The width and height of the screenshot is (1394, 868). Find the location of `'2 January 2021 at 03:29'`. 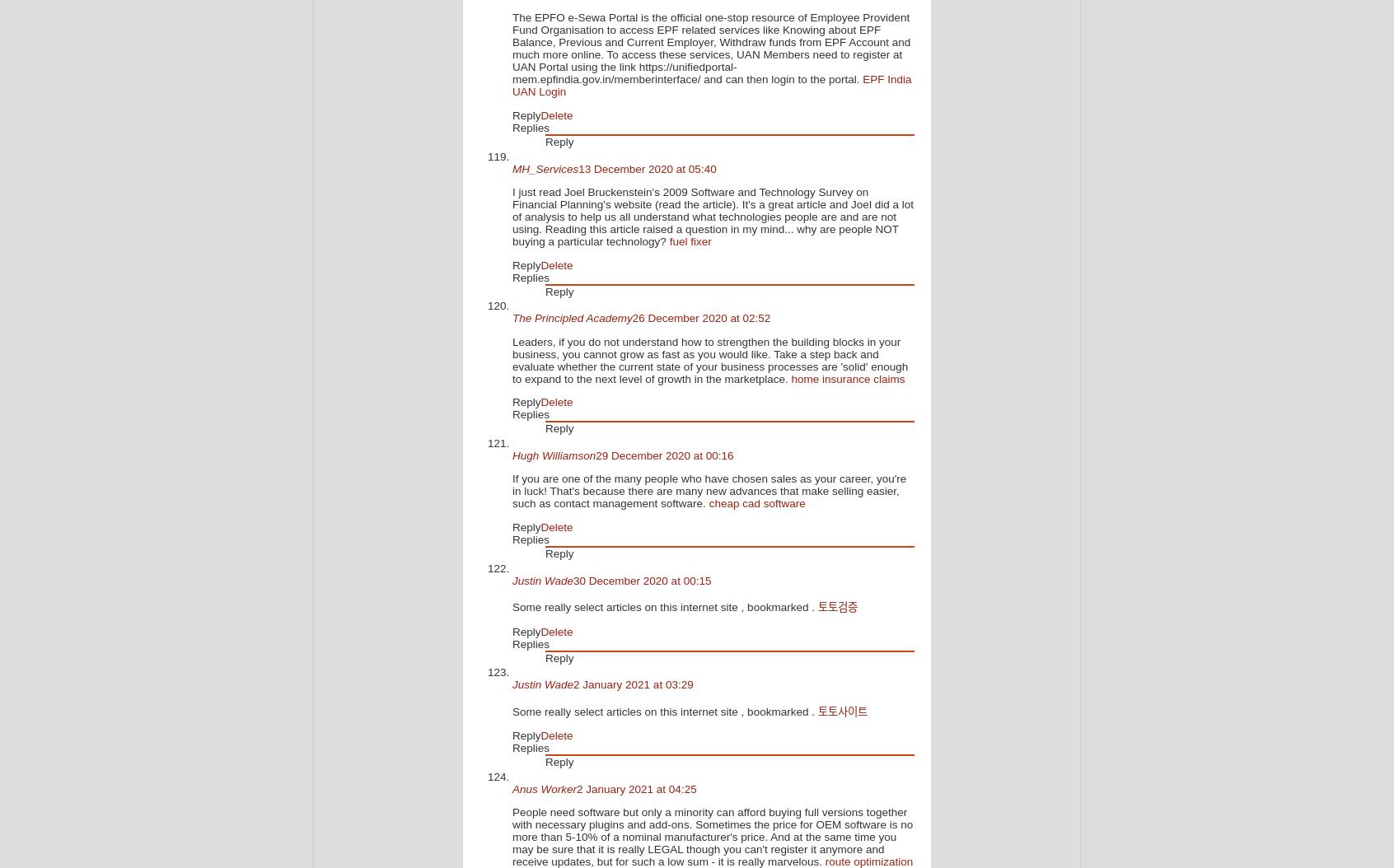

'2 January 2021 at 03:29' is located at coordinates (632, 684).